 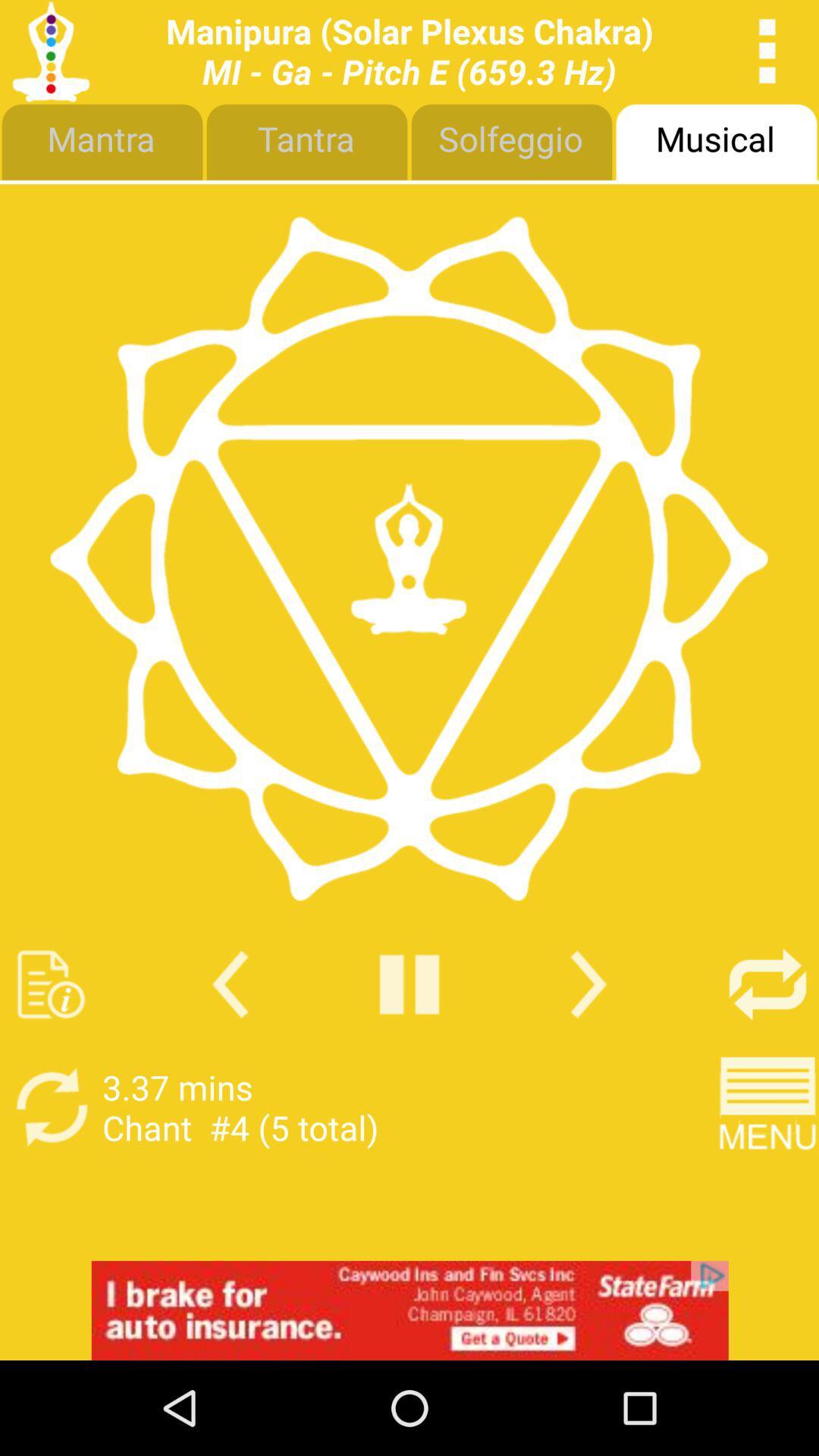 I want to click on next track, so click(x=588, y=984).